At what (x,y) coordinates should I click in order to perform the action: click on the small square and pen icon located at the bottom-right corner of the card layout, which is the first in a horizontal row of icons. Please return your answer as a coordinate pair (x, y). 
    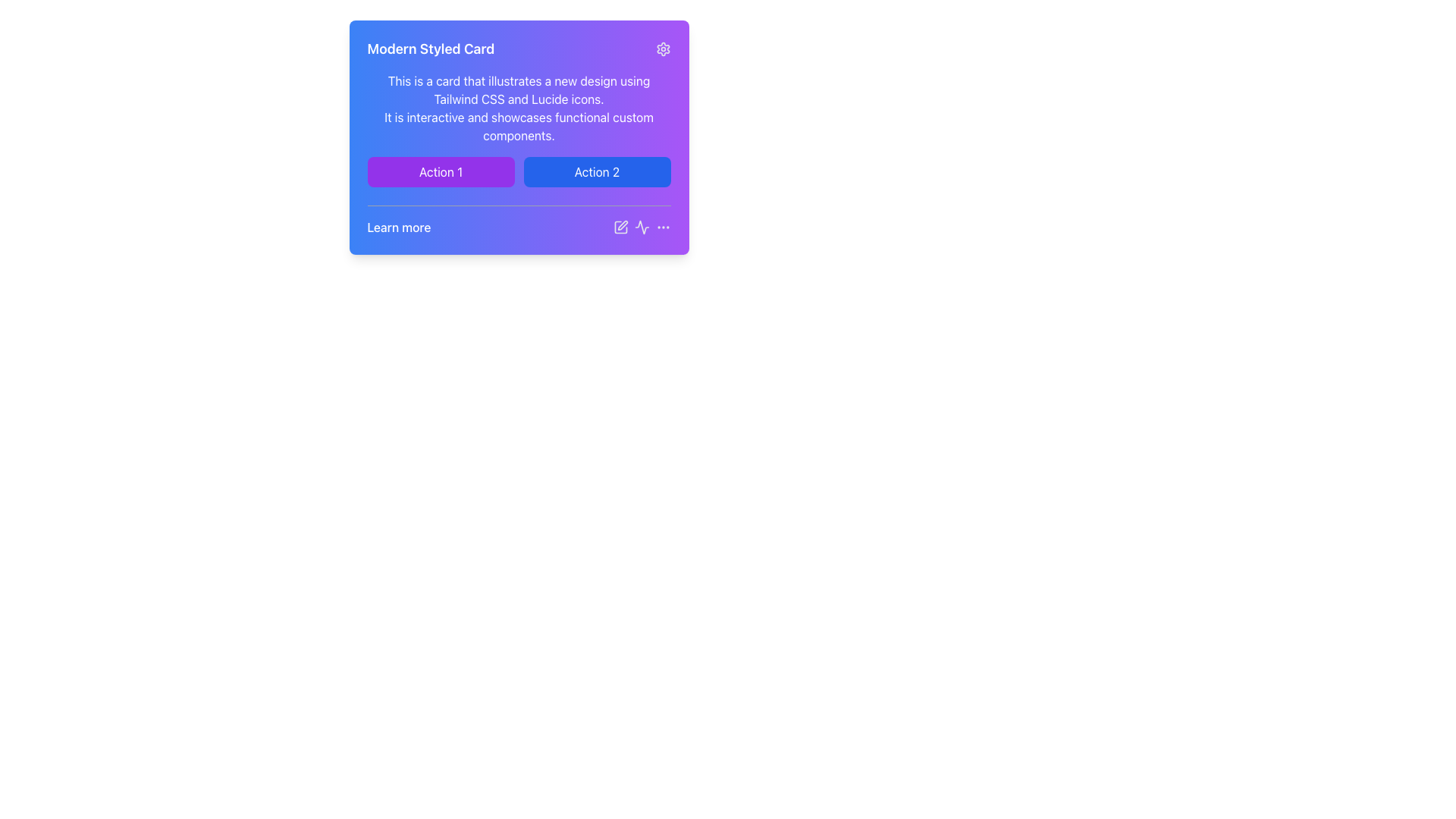
    Looking at the image, I should click on (620, 227).